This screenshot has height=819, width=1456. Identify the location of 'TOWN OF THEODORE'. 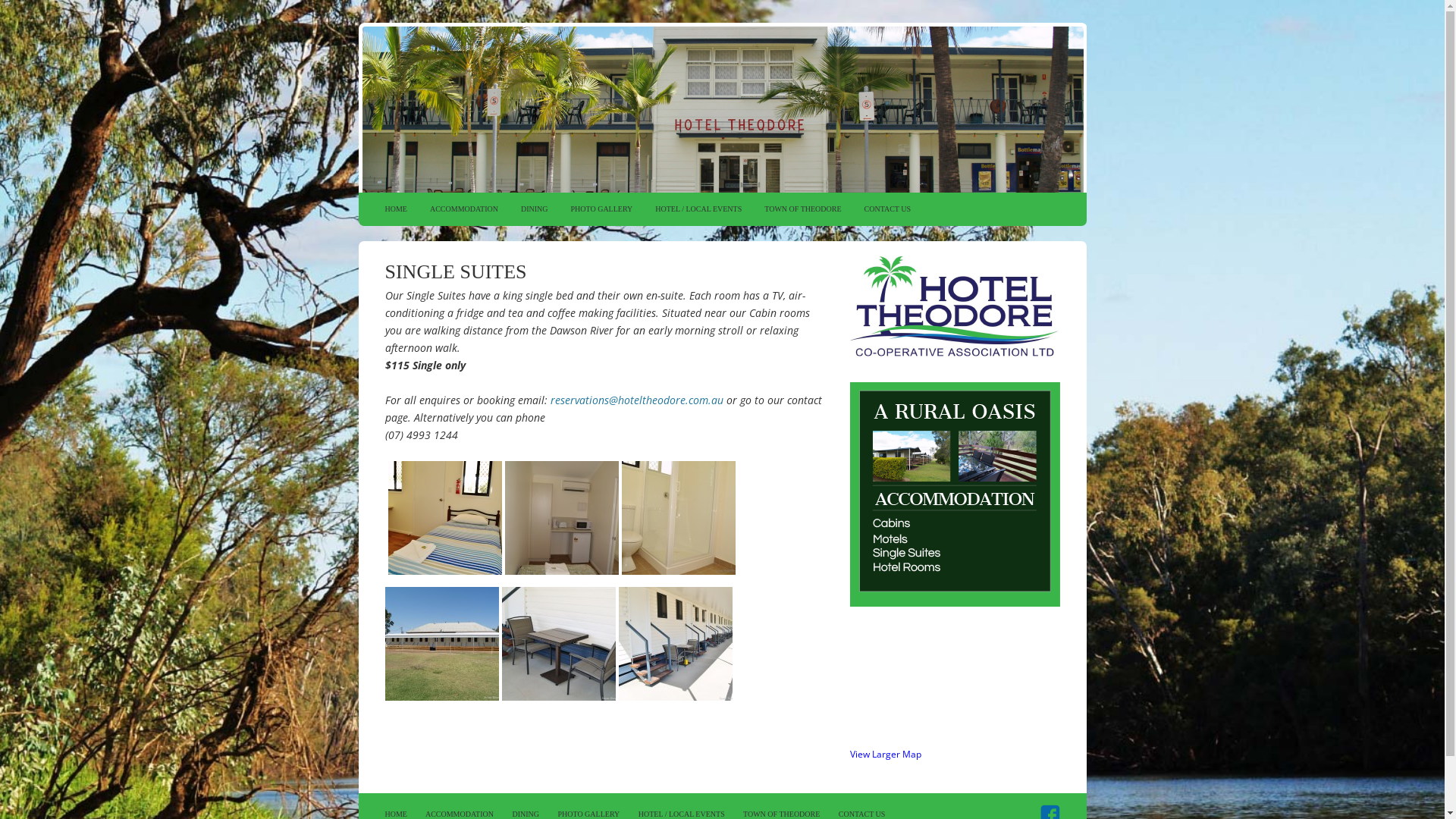
(781, 813).